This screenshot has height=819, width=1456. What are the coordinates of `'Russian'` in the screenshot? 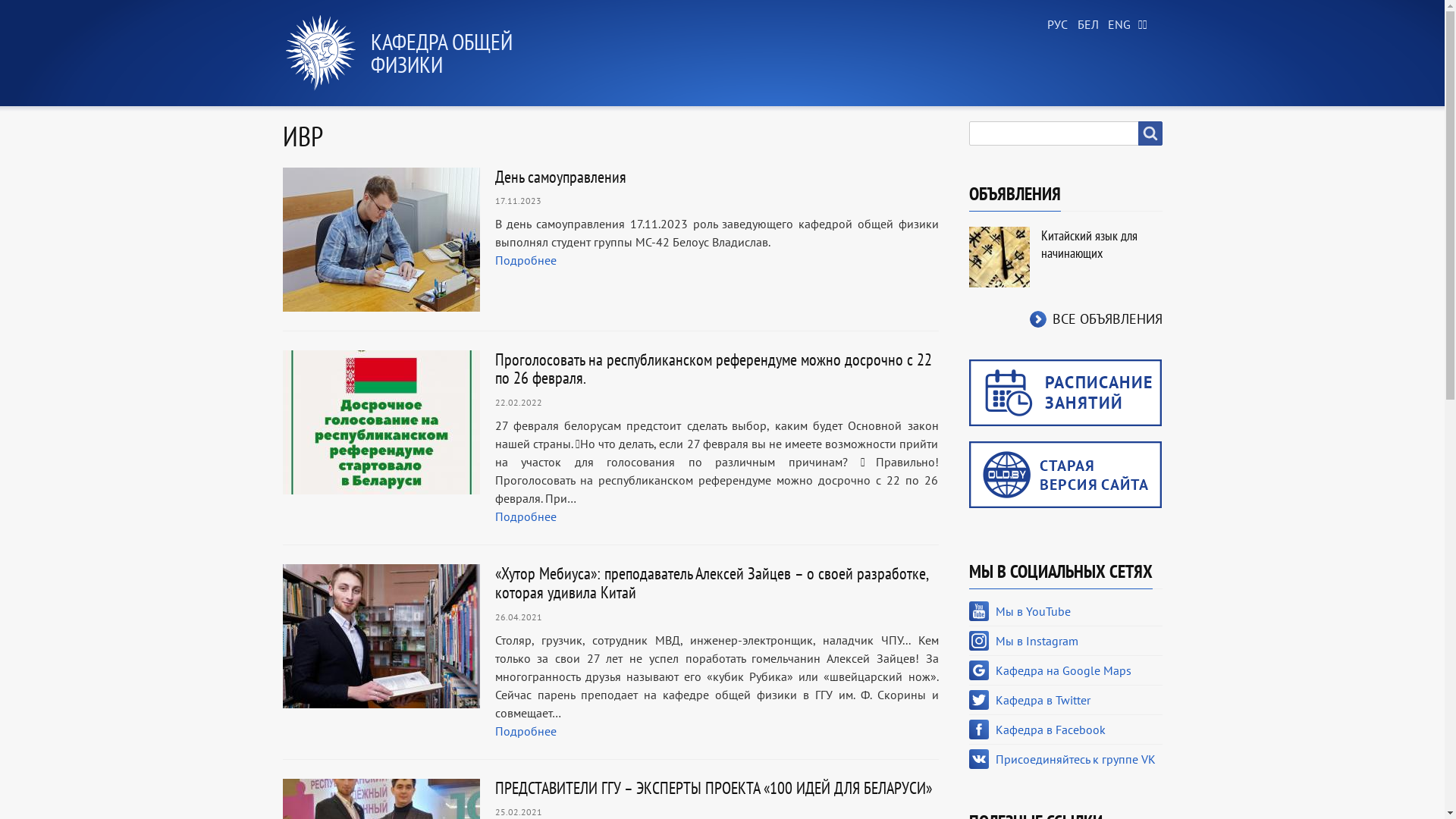 It's located at (1055, 25).